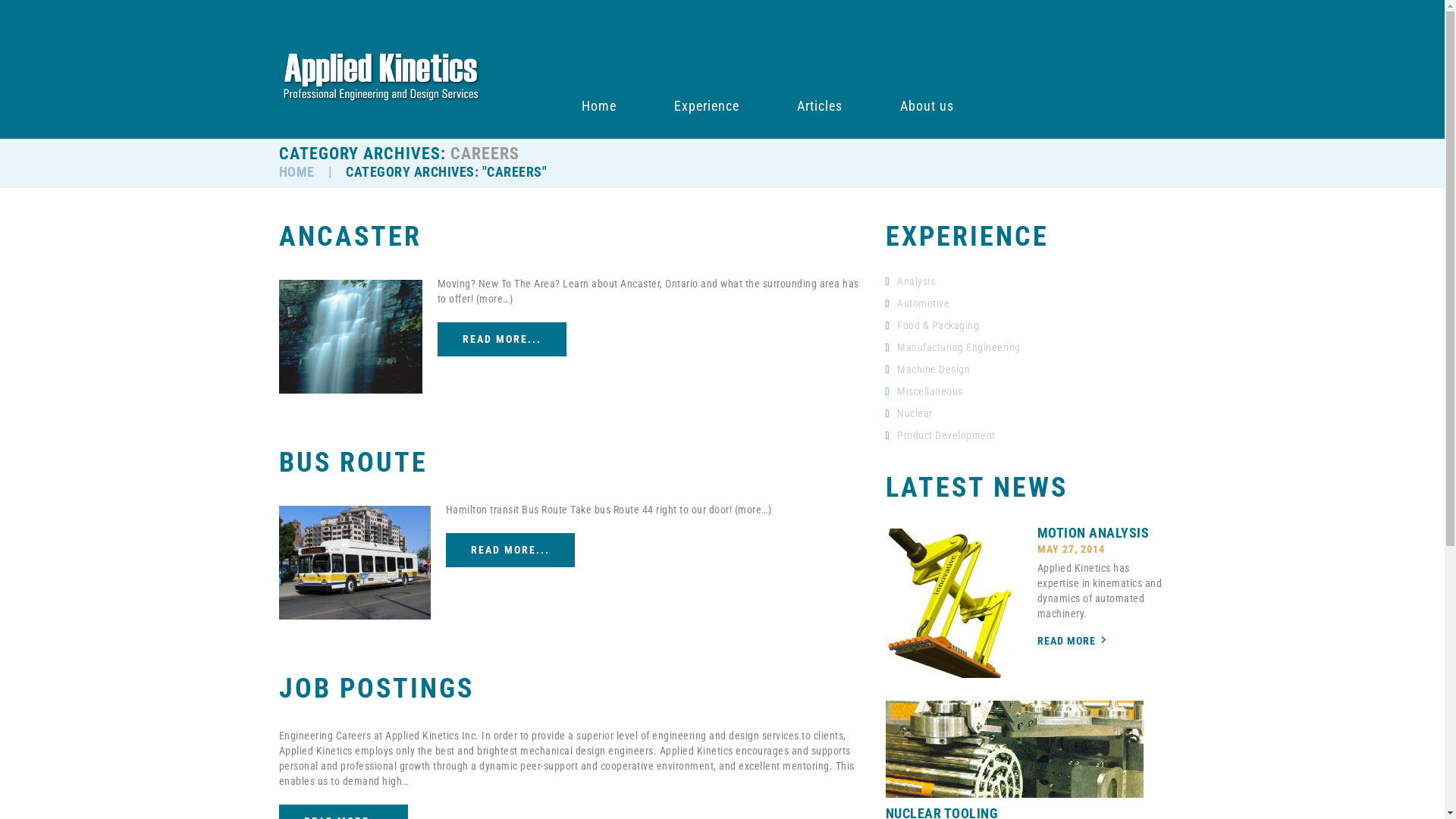 The image size is (1456, 819). I want to click on 'Manufacturing Engineering', so click(958, 347).